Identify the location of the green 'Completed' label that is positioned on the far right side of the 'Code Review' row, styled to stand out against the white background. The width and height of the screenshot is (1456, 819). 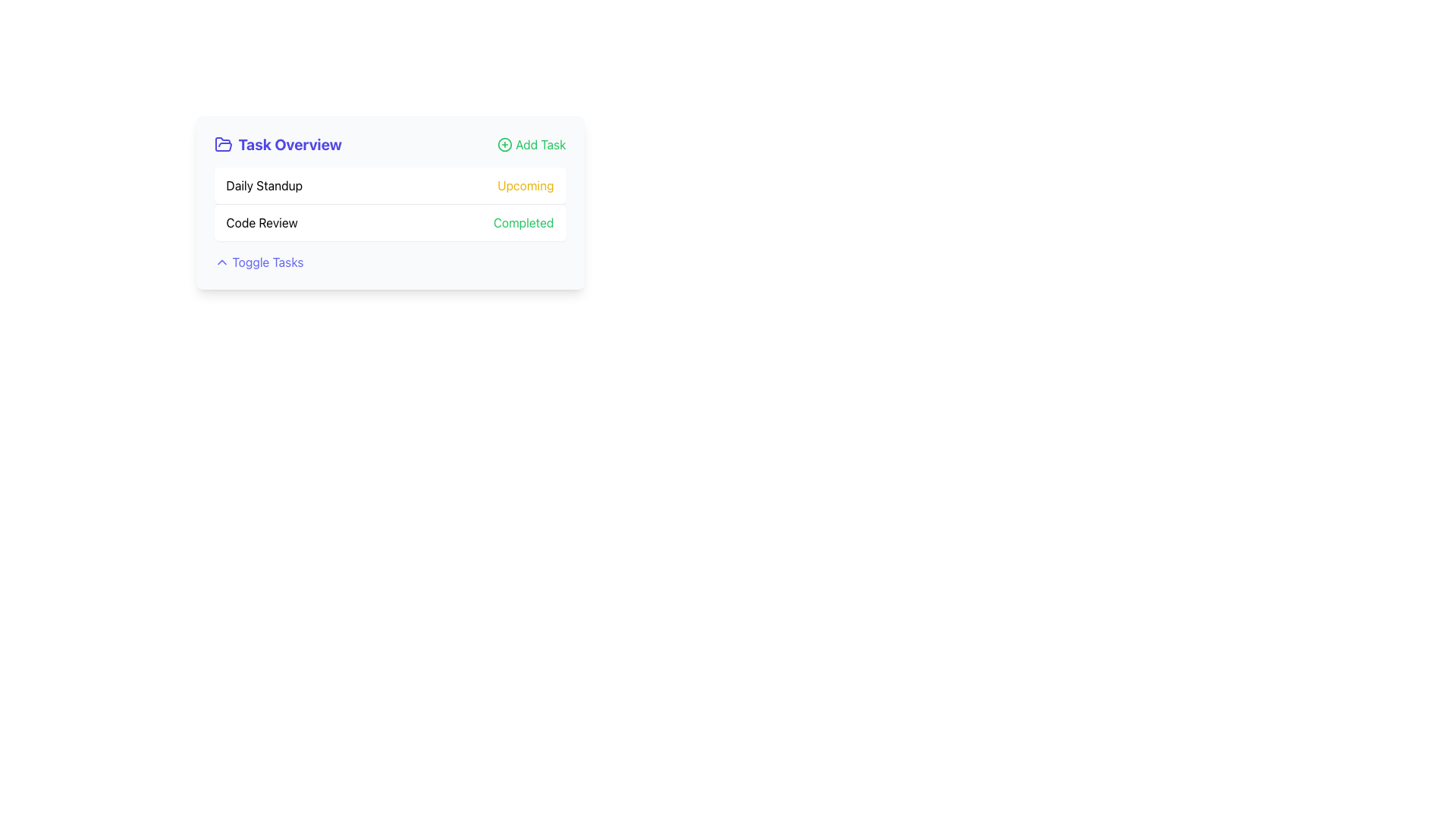
(523, 222).